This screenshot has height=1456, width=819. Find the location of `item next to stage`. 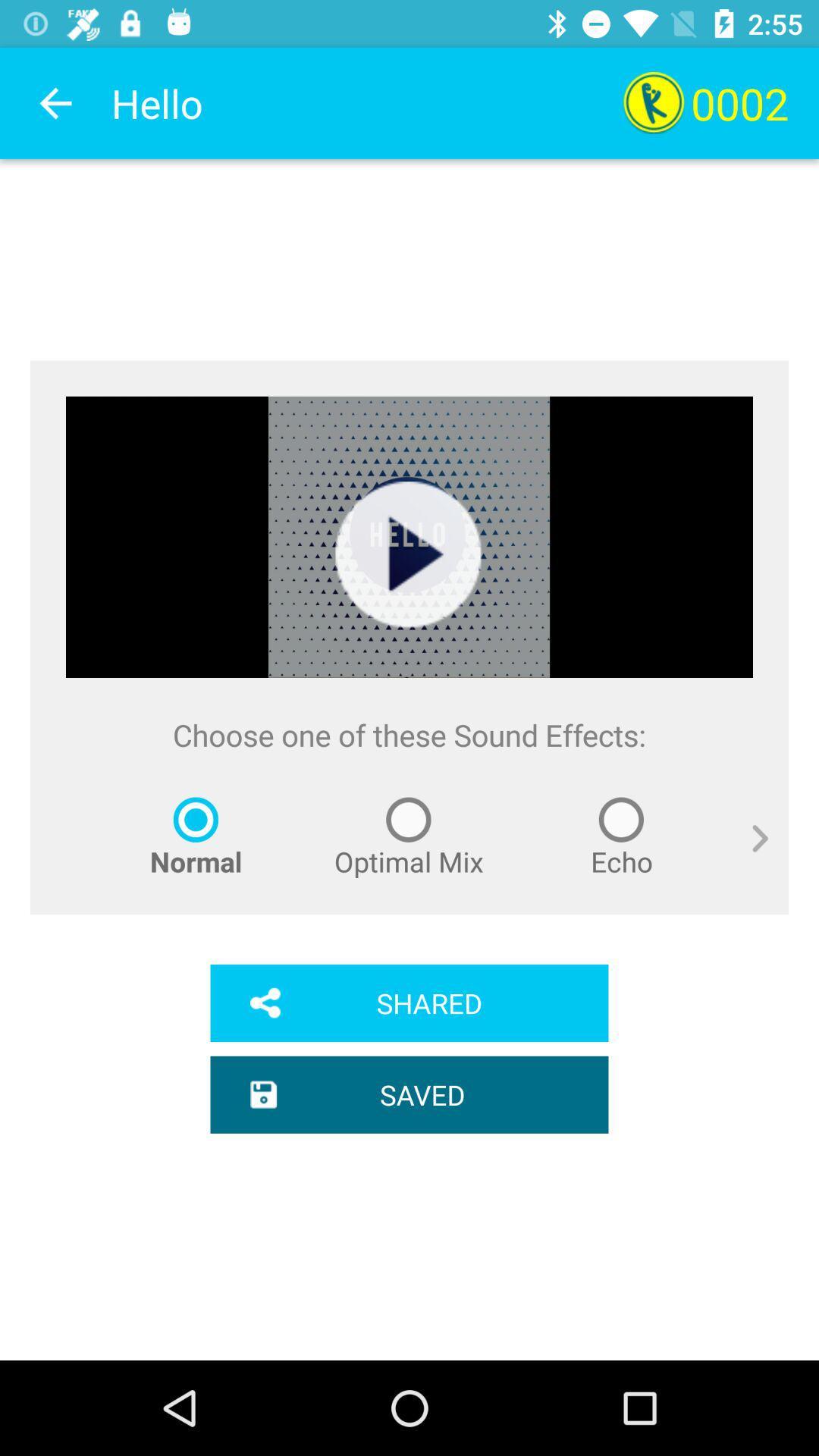

item next to stage is located at coordinates (748, 855).